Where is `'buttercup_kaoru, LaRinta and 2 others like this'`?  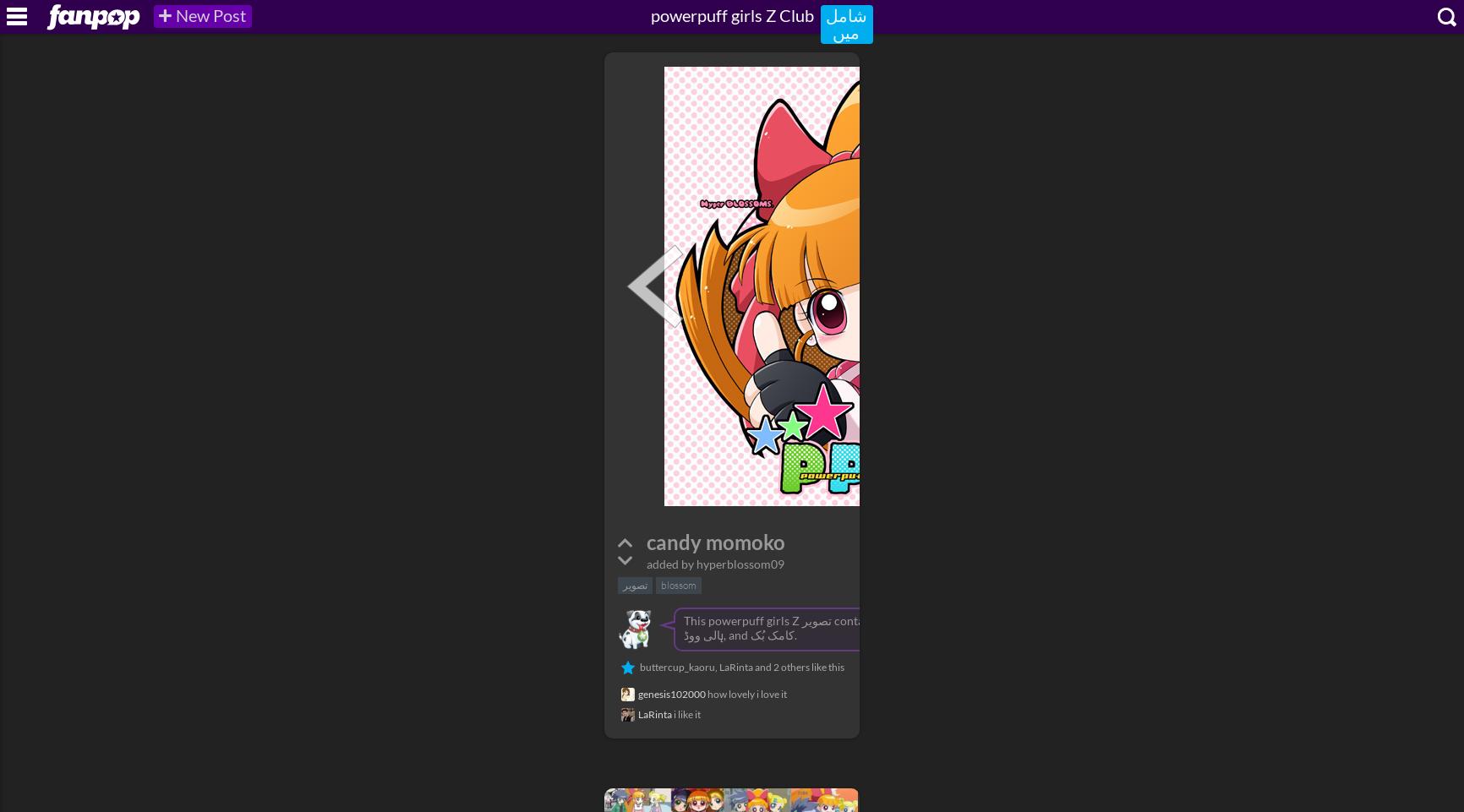 'buttercup_kaoru, LaRinta and 2 others like this' is located at coordinates (741, 666).